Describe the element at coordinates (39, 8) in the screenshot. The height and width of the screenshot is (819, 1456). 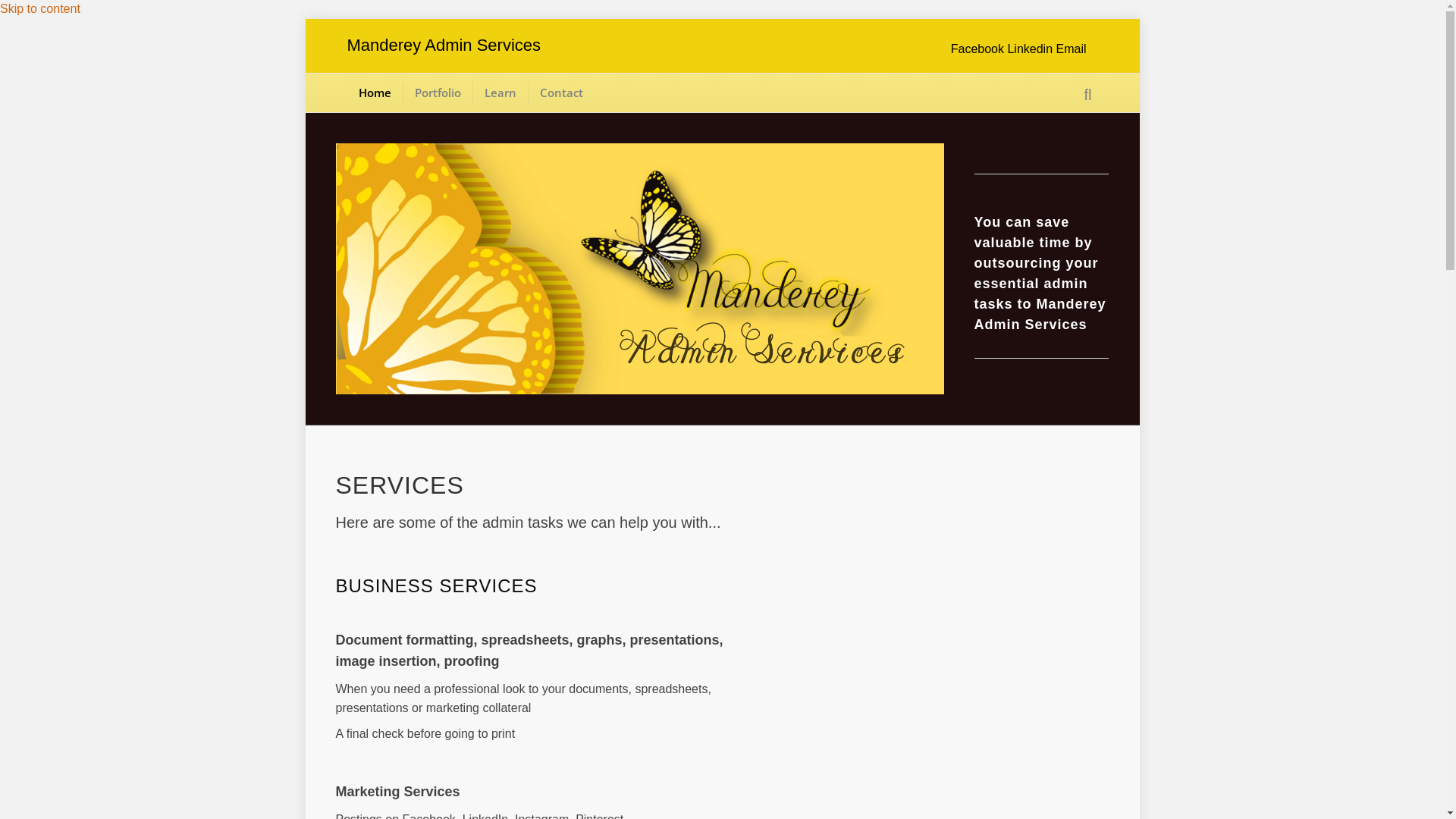
I see `'Skip to content'` at that location.